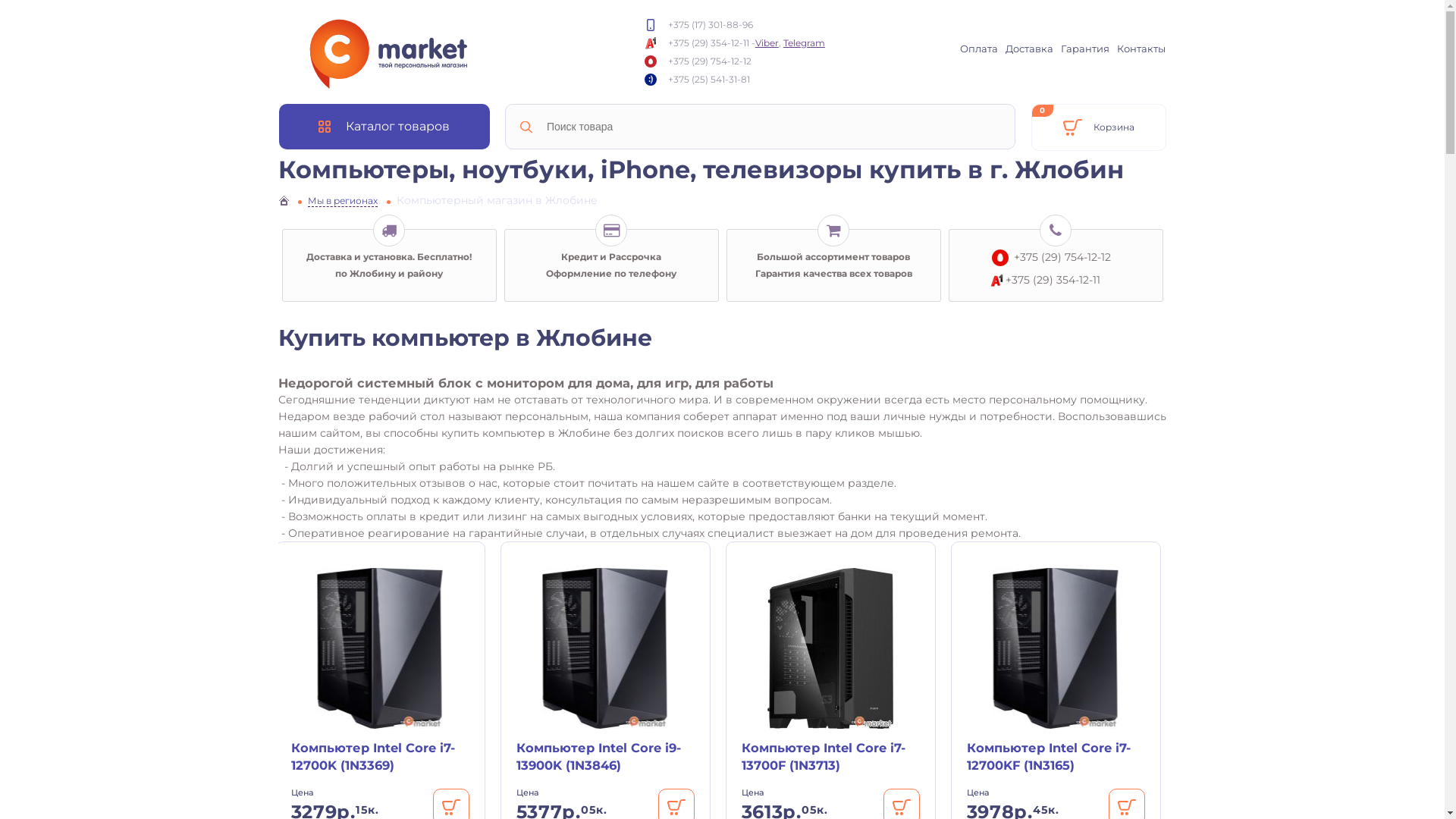  I want to click on 'Viber', so click(767, 41).